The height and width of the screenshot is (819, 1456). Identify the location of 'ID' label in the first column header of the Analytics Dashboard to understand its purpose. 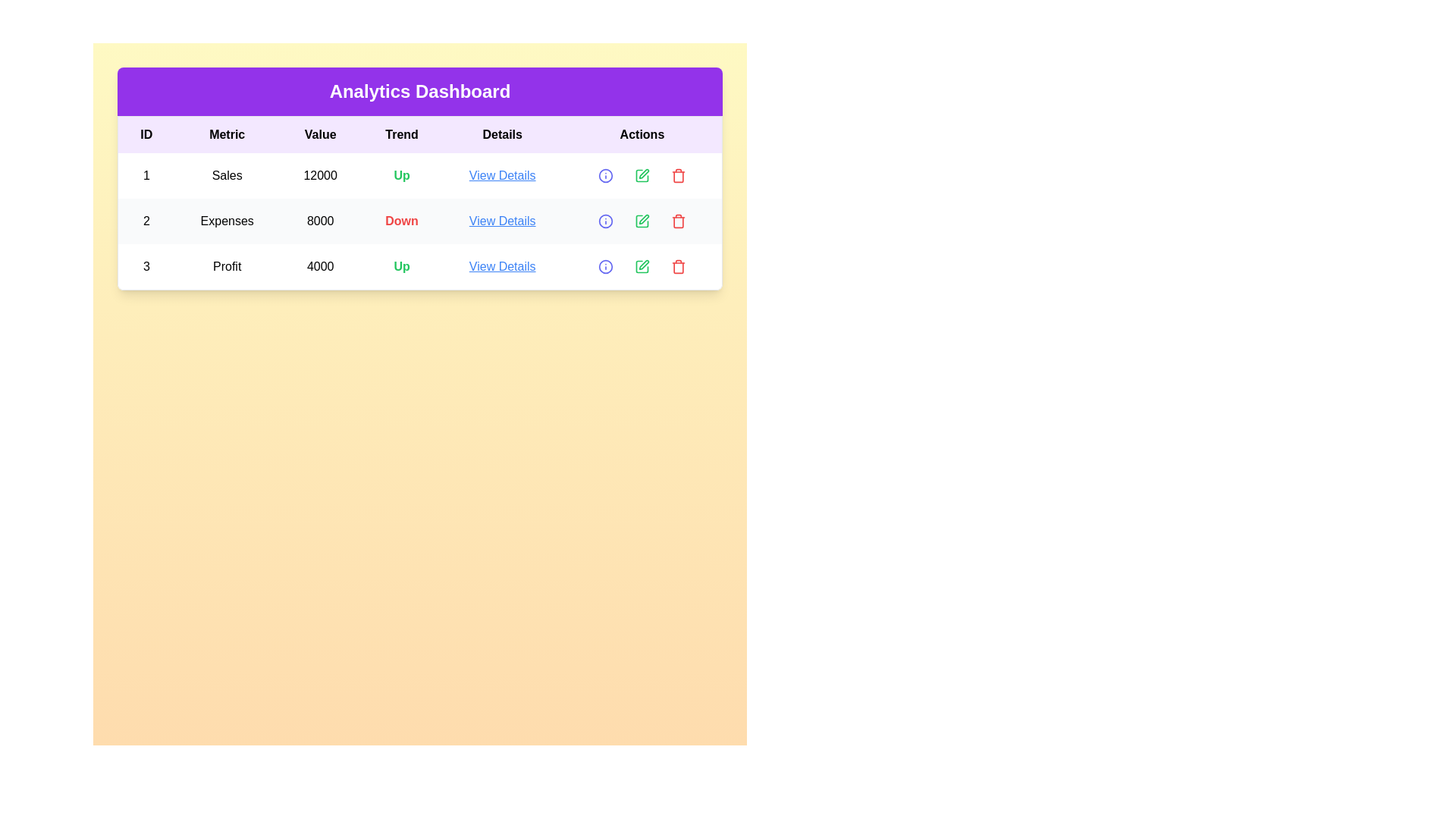
(146, 133).